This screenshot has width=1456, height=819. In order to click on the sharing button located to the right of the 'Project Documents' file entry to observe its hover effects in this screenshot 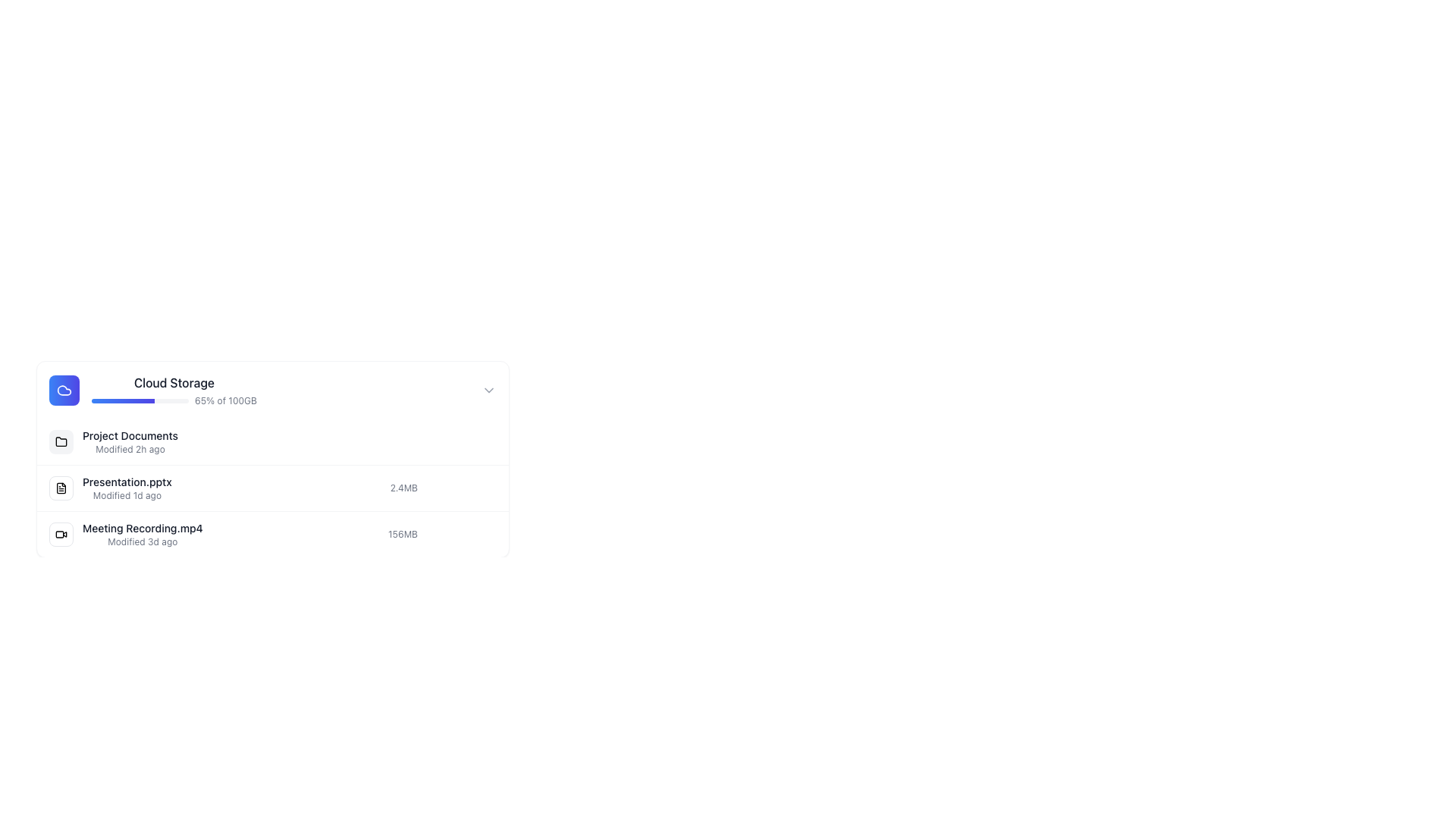, I will do `click(462, 441)`.